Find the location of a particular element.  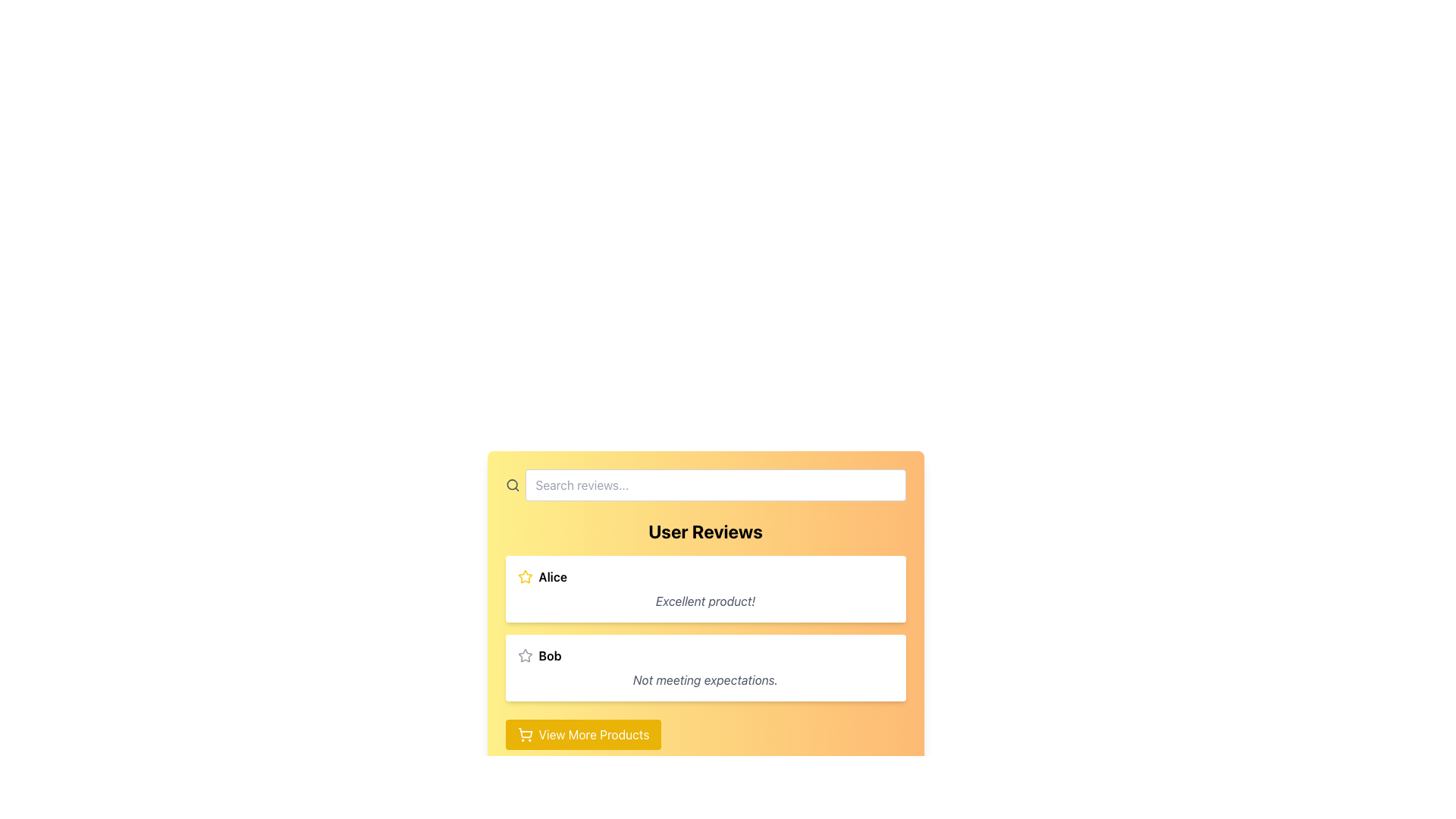

the content of the text display element that shows the user name 'Bob' in bold with a gray outlined star icon to its left, located in the User Reviews section is located at coordinates (704, 654).